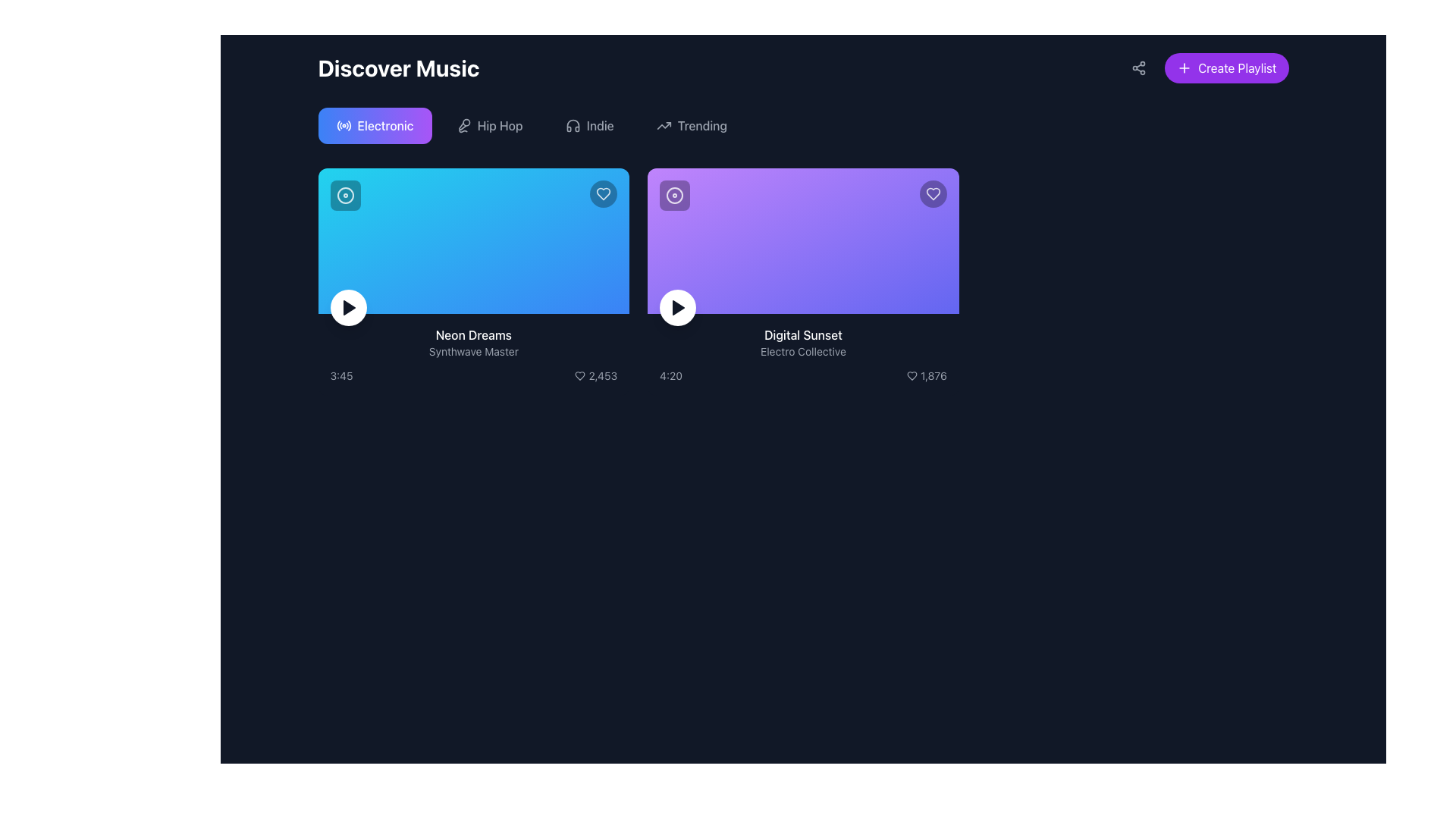 The height and width of the screenshot is (819, 1456). I want to click on the 'Hip Hop' category selector text label in the top-centered navigation bar to observe visual feedback, so click(500, 124).